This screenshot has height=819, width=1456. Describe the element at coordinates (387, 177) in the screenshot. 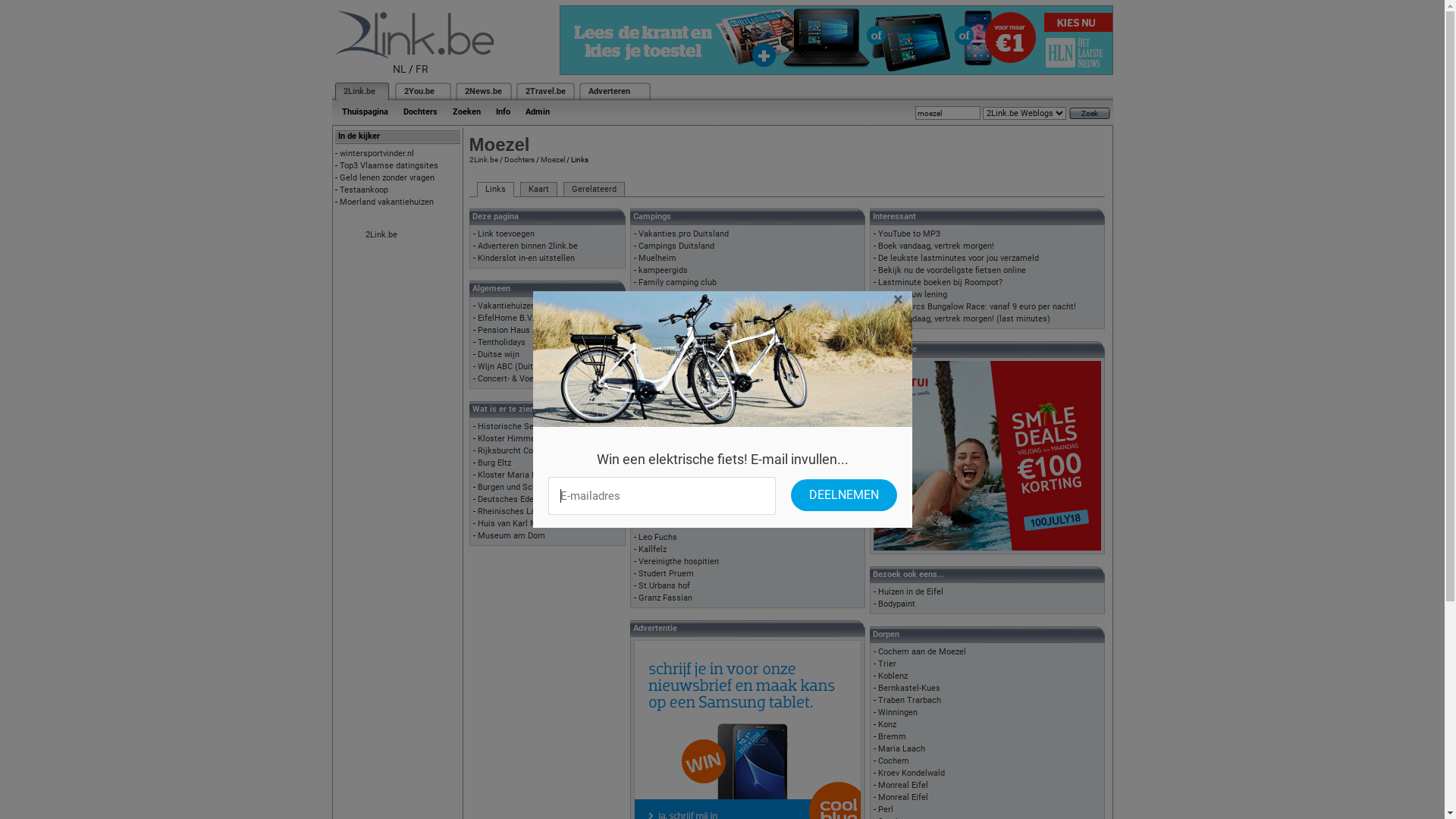

I see `'Geld lenen zonder vragen'` at that location.